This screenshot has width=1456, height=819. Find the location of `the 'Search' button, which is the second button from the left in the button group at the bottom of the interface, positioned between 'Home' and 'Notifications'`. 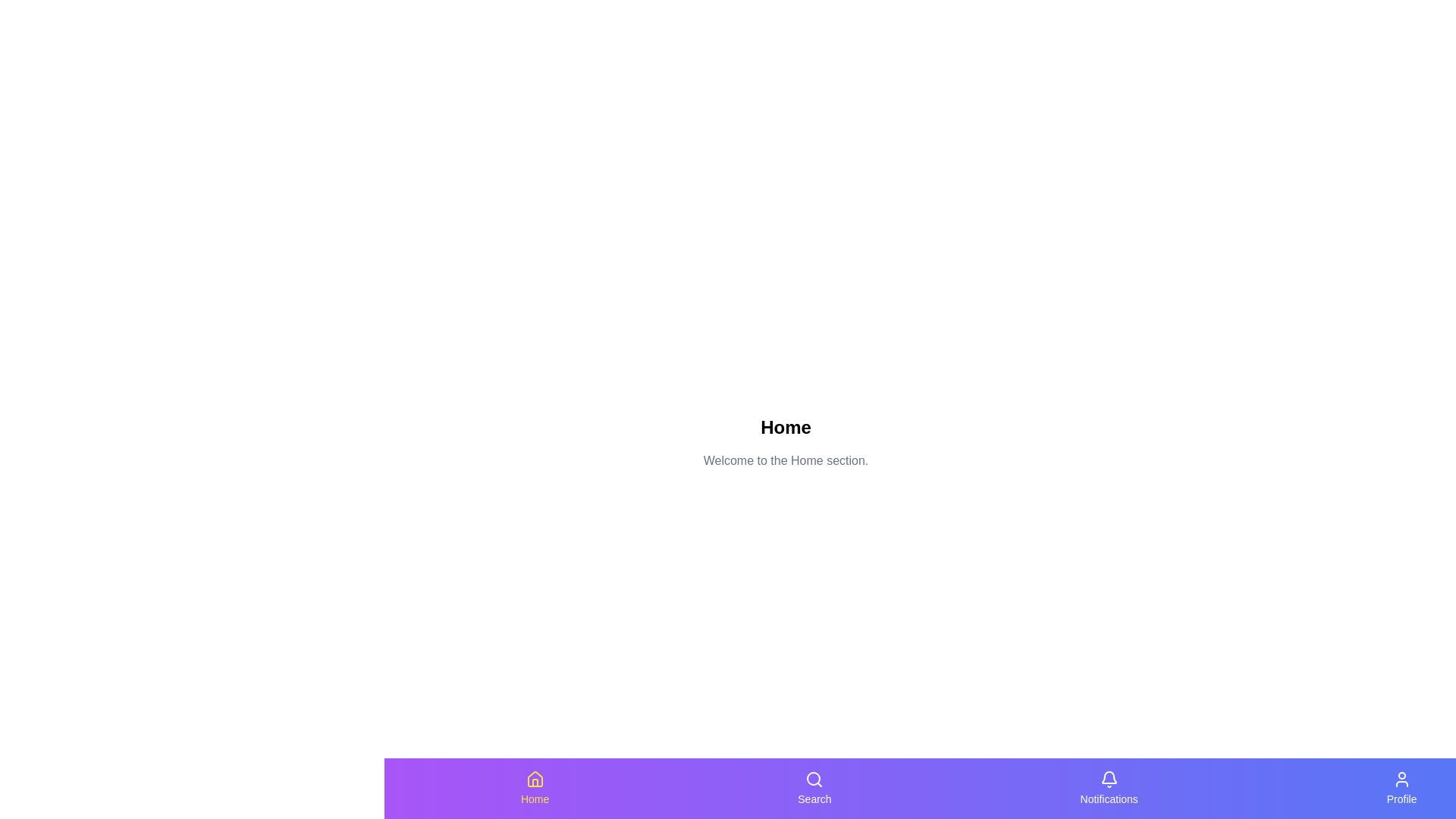

the 'Search' button, which is the second button from the left in the button group at the bottom of the interface, positioned between 'Home' and 'Notifications' is located at coordinates (814, 788).